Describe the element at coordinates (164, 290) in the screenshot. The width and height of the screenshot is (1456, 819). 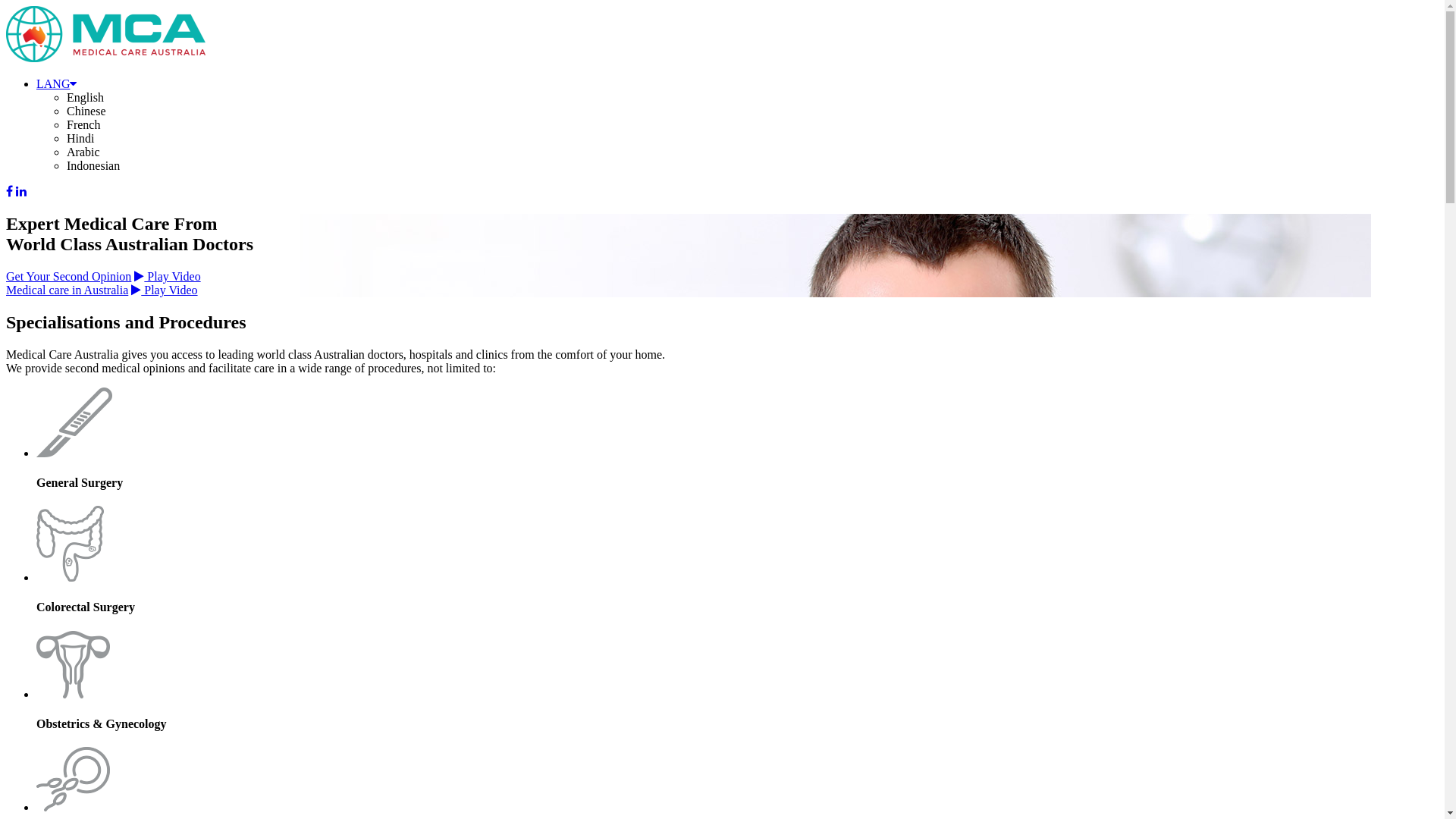
I see `'Play Video'` at that location.